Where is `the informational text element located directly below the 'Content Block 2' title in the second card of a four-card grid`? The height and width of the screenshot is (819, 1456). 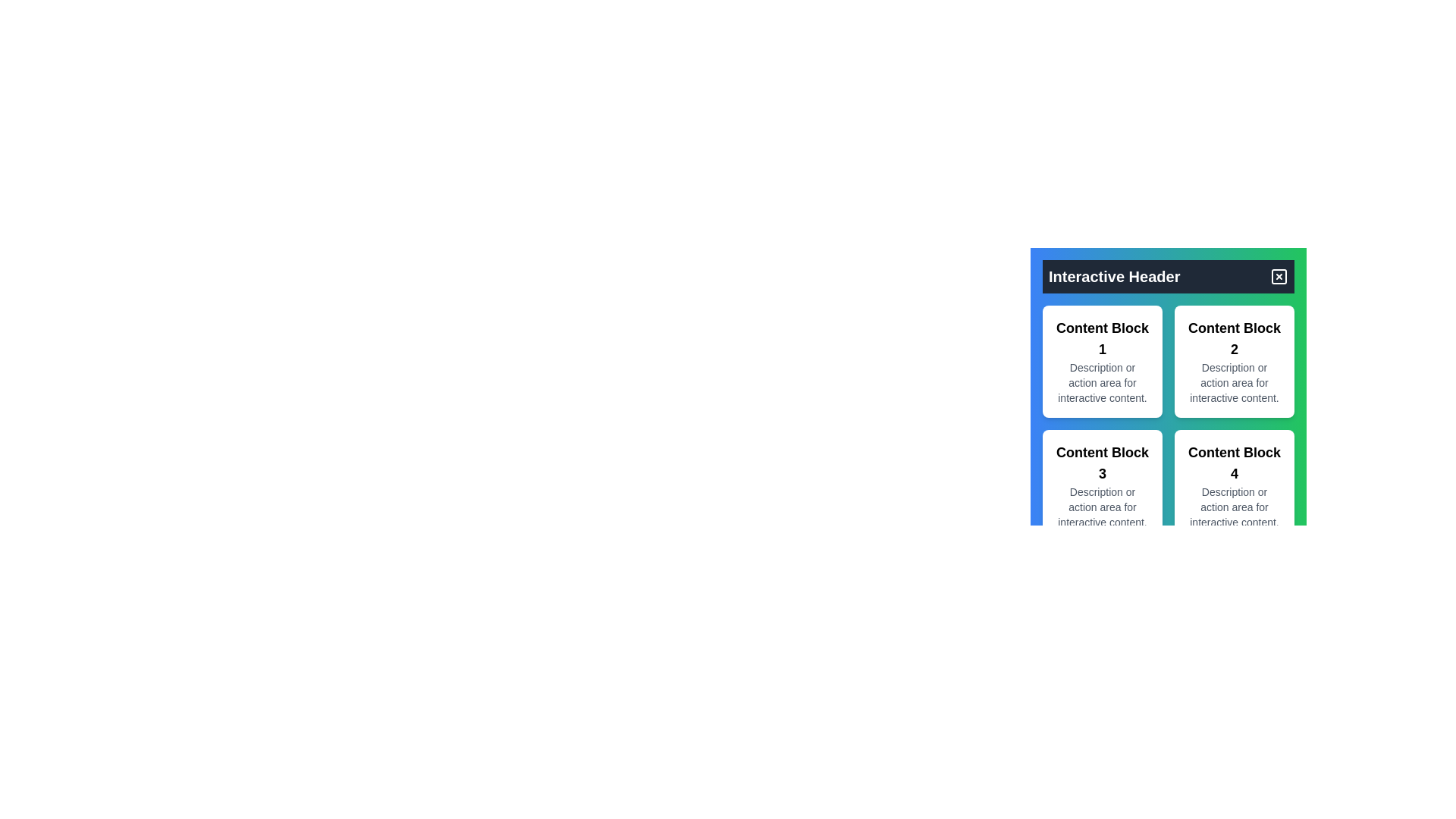
the informational text element located directly below the 'Content Block 2' title in the second card of a four-card grid is located at coordinates (1234, 382).